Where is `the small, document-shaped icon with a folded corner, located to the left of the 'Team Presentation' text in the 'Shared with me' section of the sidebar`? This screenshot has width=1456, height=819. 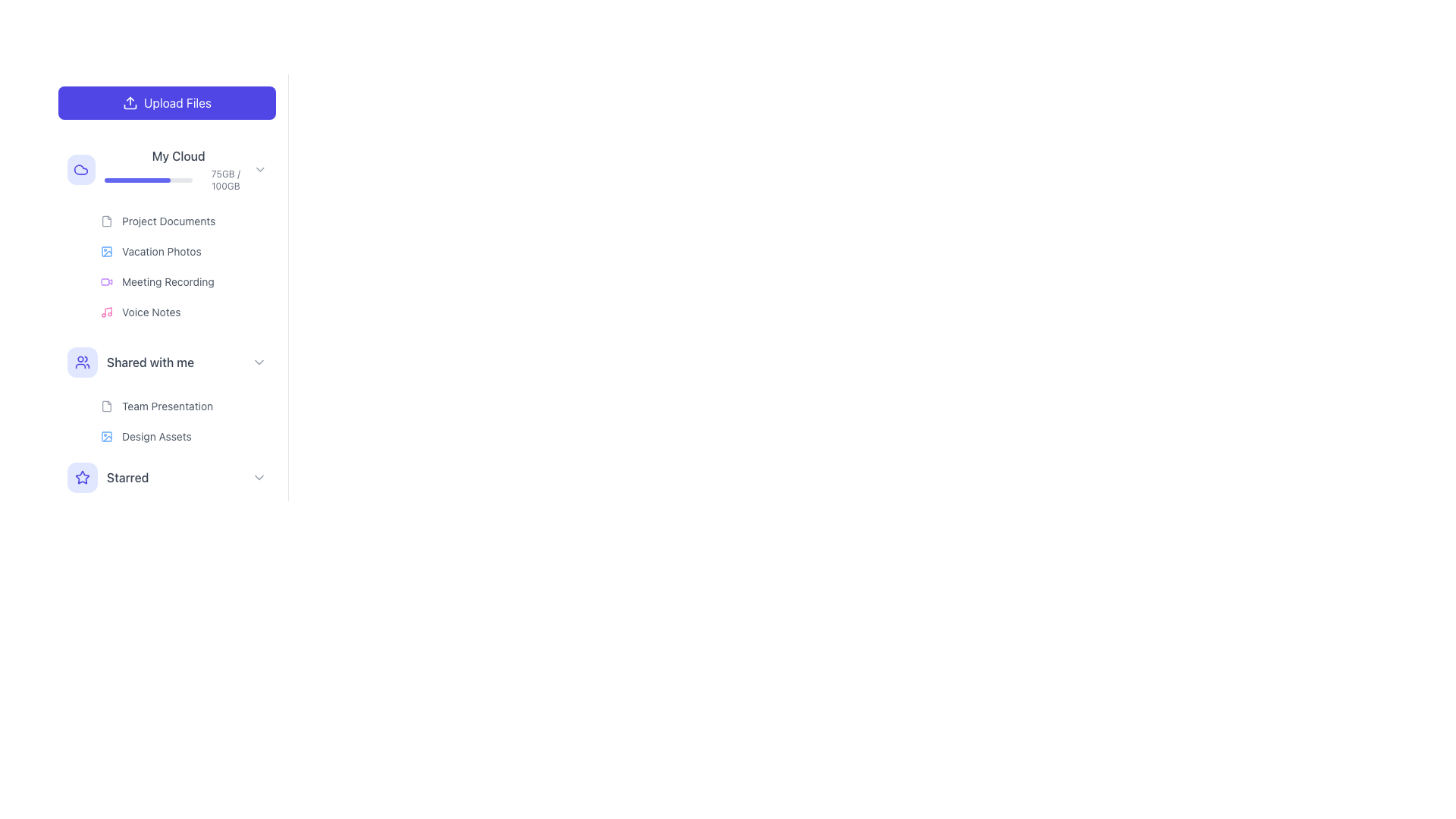
the small, document-shaped icon with a folded corner, located to the left of the 'Team Presentation' text in the 'Shared with me' section of the sidebar is located at coordinates (105, 406).